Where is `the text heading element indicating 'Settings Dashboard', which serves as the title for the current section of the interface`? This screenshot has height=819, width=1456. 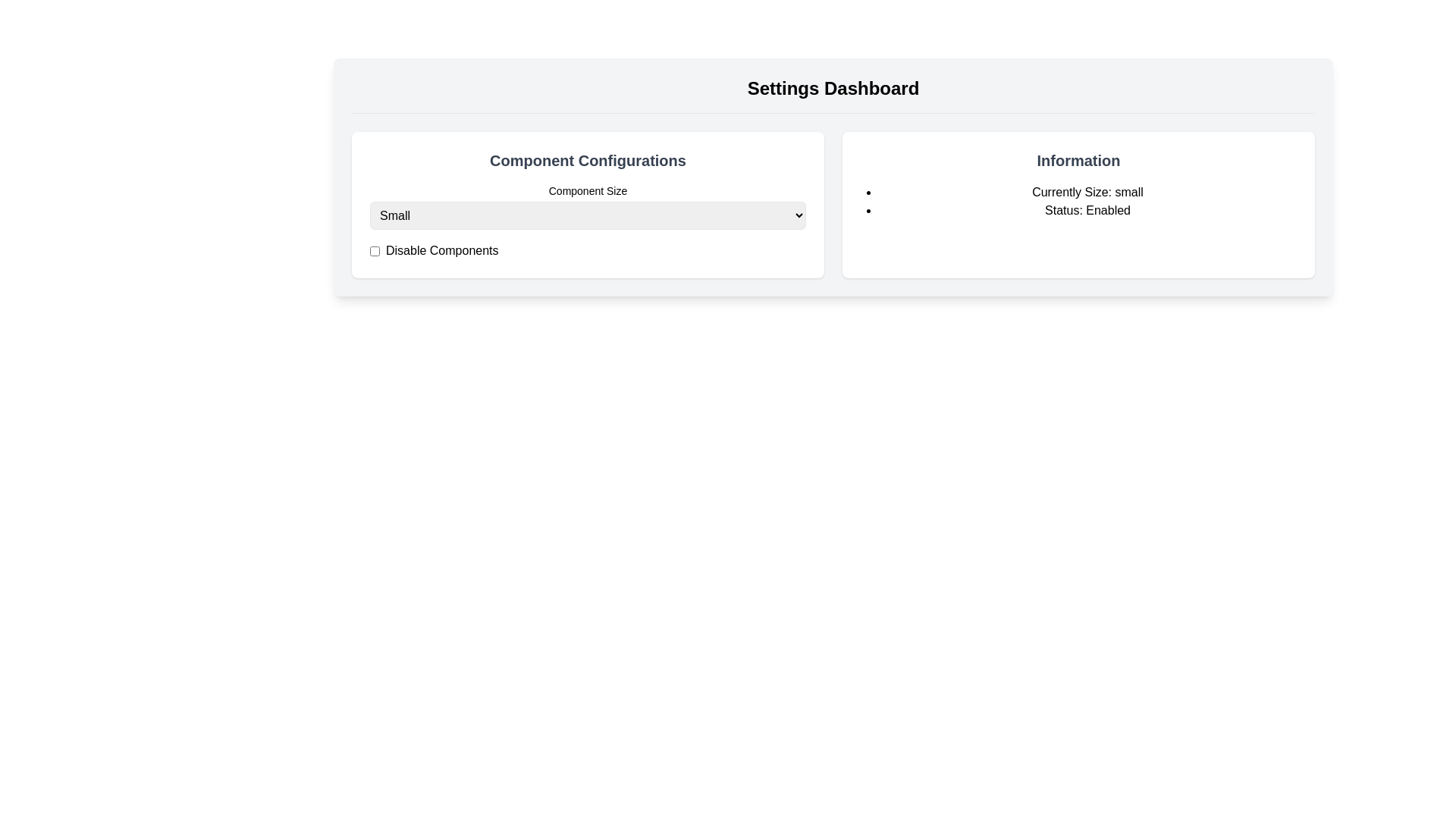
the text heading element indicating 'Settings Dashboard', which serves as the title for the current section of the interface is located at coordinates (833, 94).